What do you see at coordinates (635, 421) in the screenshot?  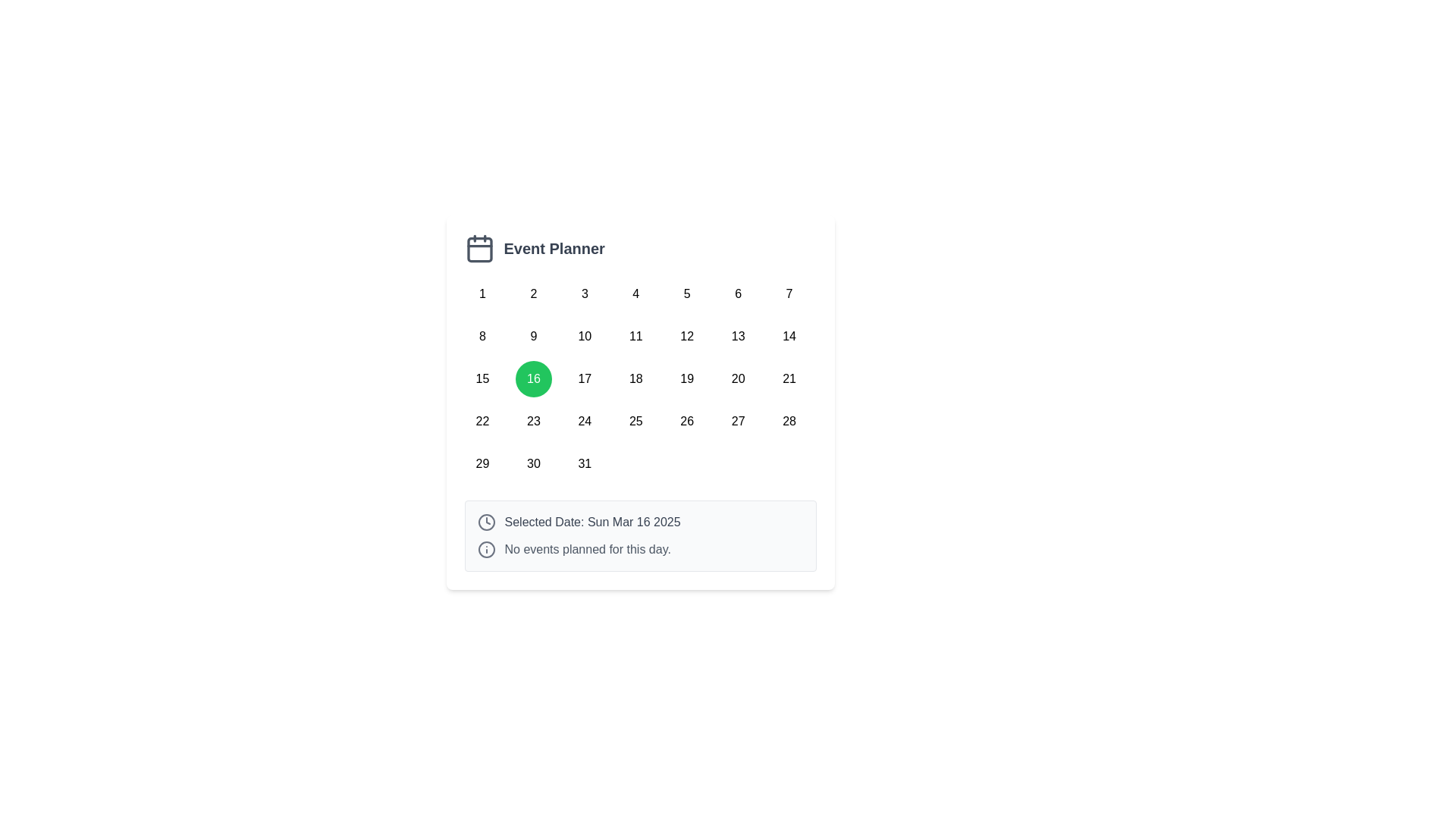 I see `the calendar button labeled '25' located in the fourth row and fourth column of the grid` at bounding box center [635, 421].